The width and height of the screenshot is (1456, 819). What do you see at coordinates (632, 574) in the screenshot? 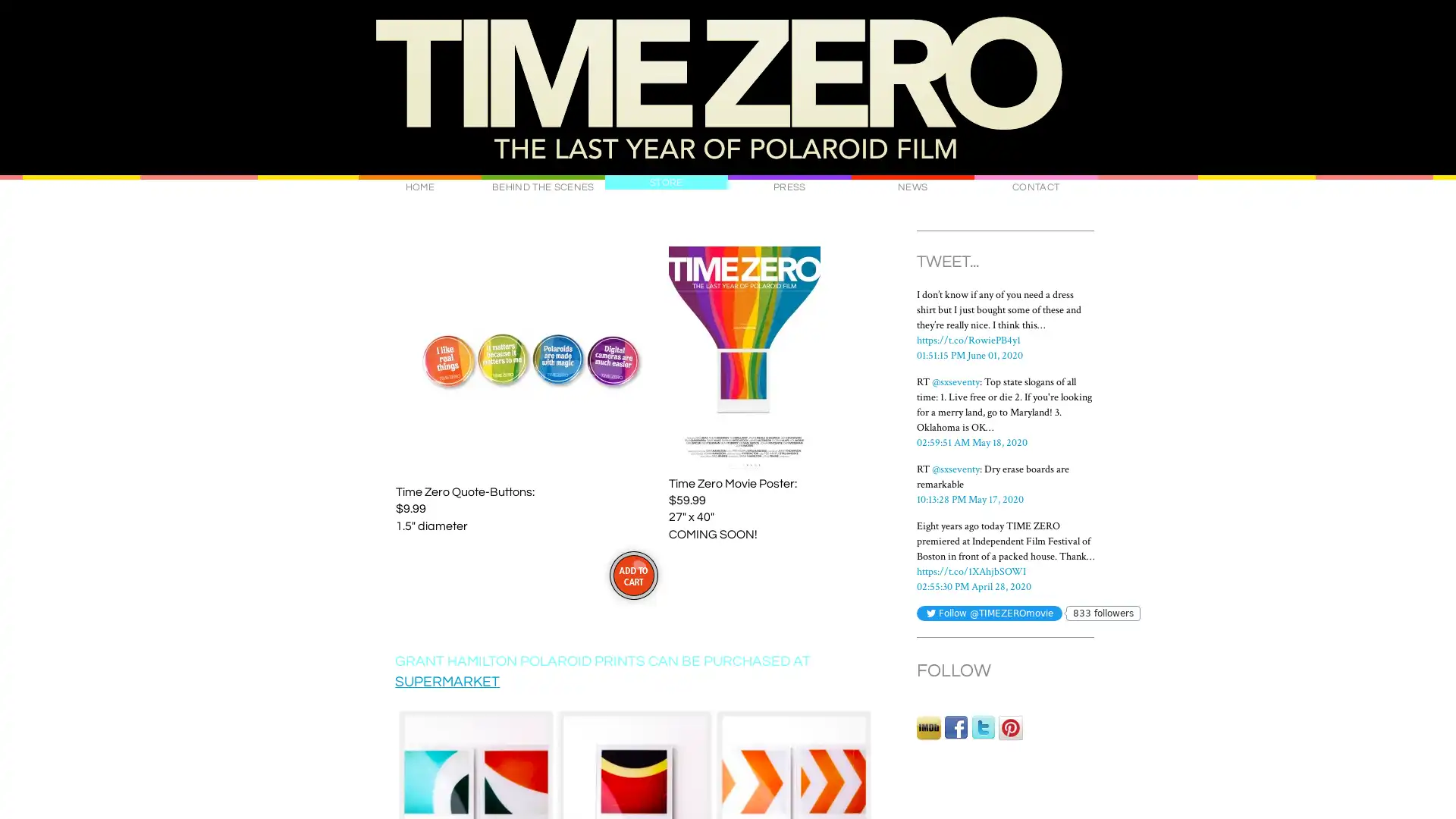
I see `PayPal - The safer, easier way to pay online!` at bounding box center [632, 574].